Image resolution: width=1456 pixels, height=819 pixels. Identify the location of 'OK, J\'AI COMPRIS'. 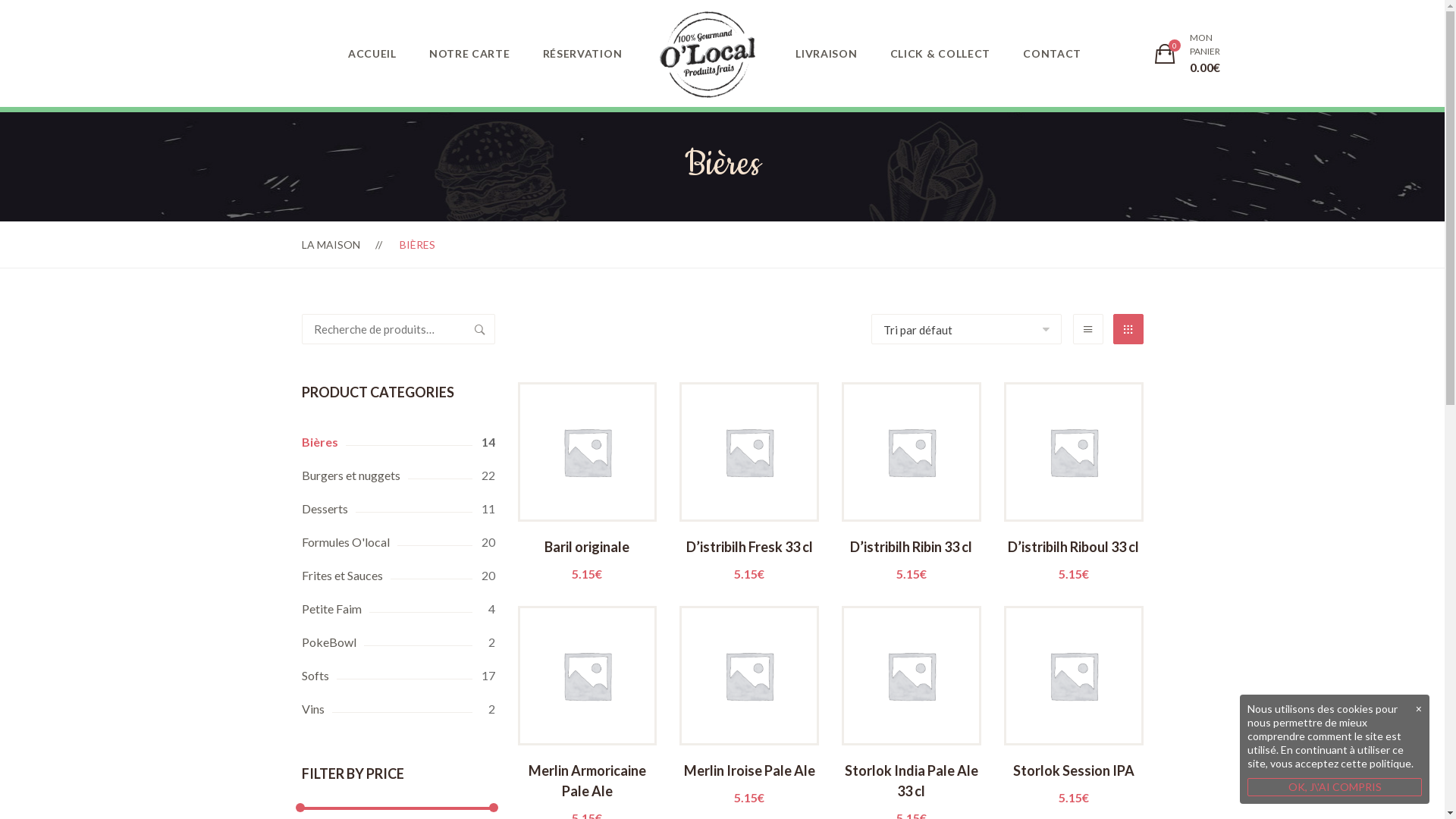
(1335, 786).